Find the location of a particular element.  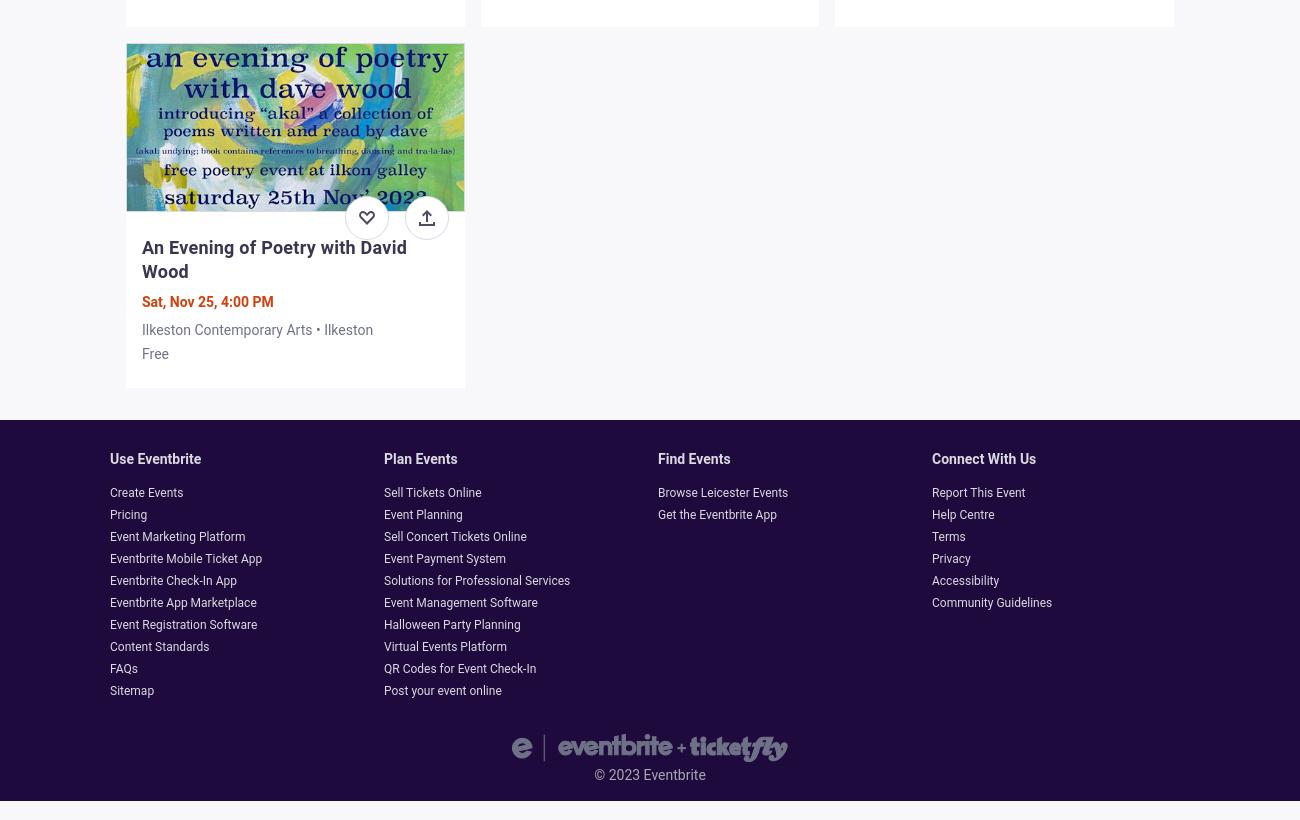

'Pricing' is located at coordinates (127, 513).